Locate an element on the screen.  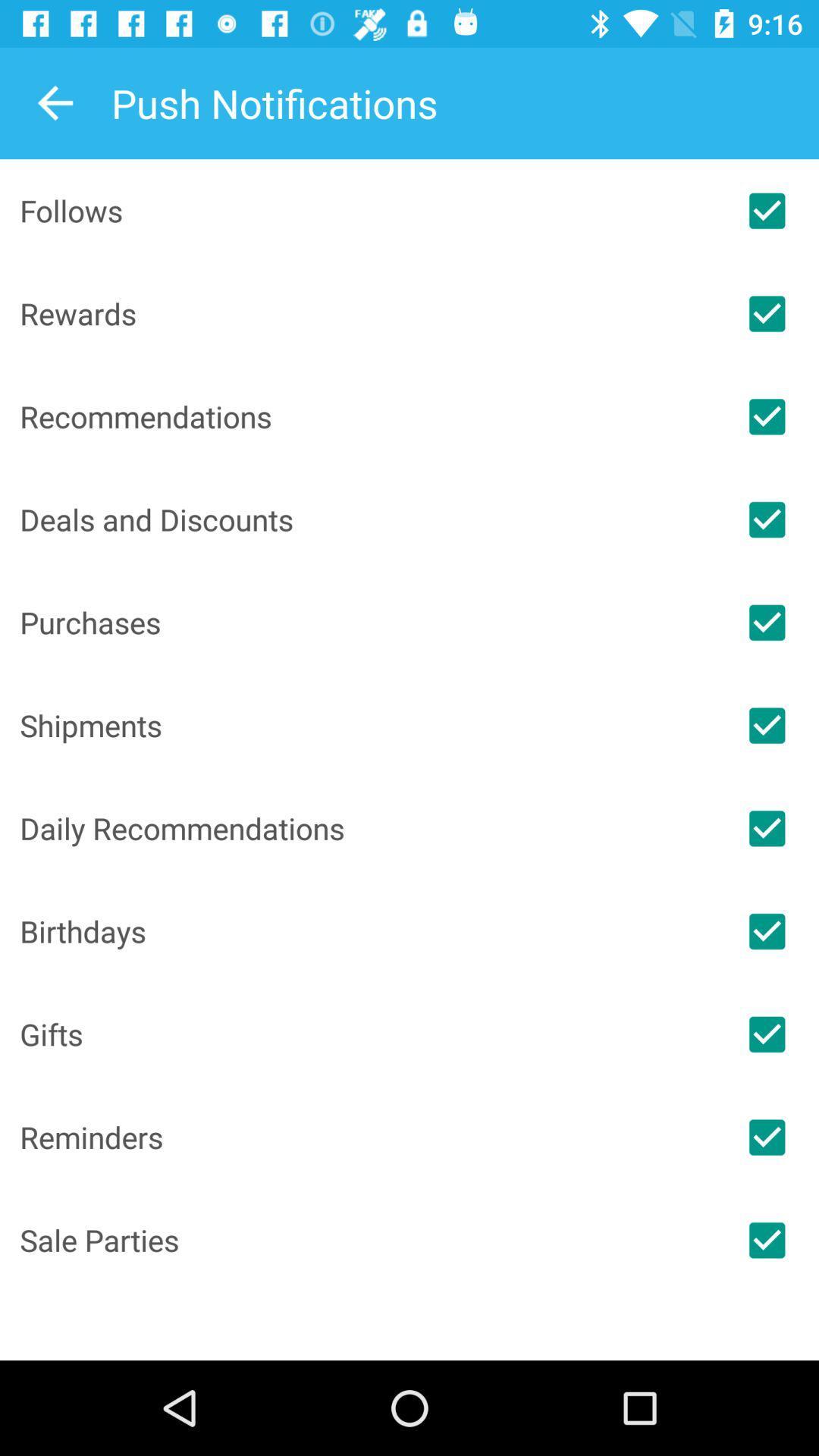
the item above recommendations is located at coordinates (367, 312).